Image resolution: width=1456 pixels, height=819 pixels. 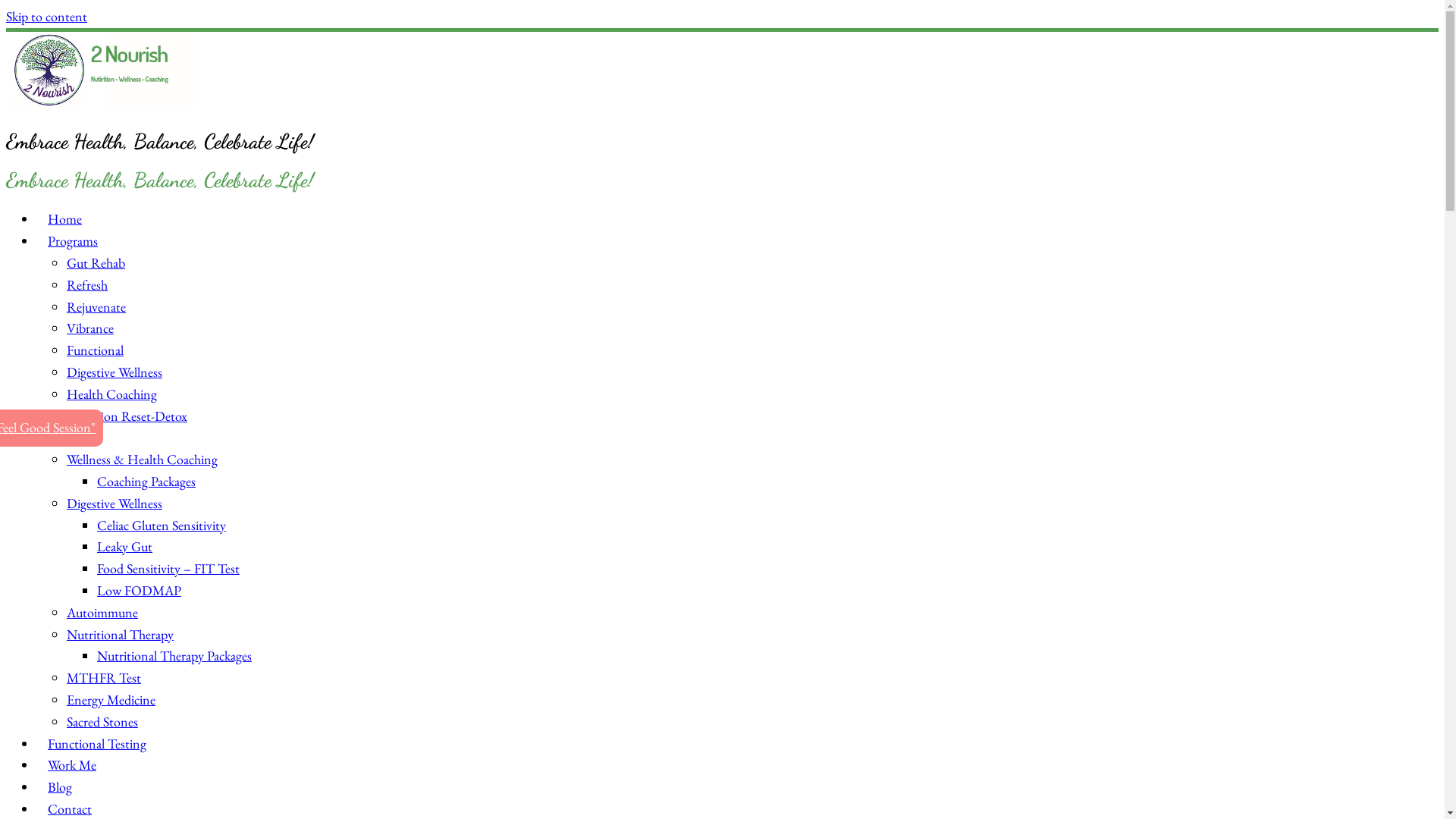 What do you see at coordinates (95, 306) in the screenshot?
I see `'Rejuvenate'` at bounding box center [95, 306].